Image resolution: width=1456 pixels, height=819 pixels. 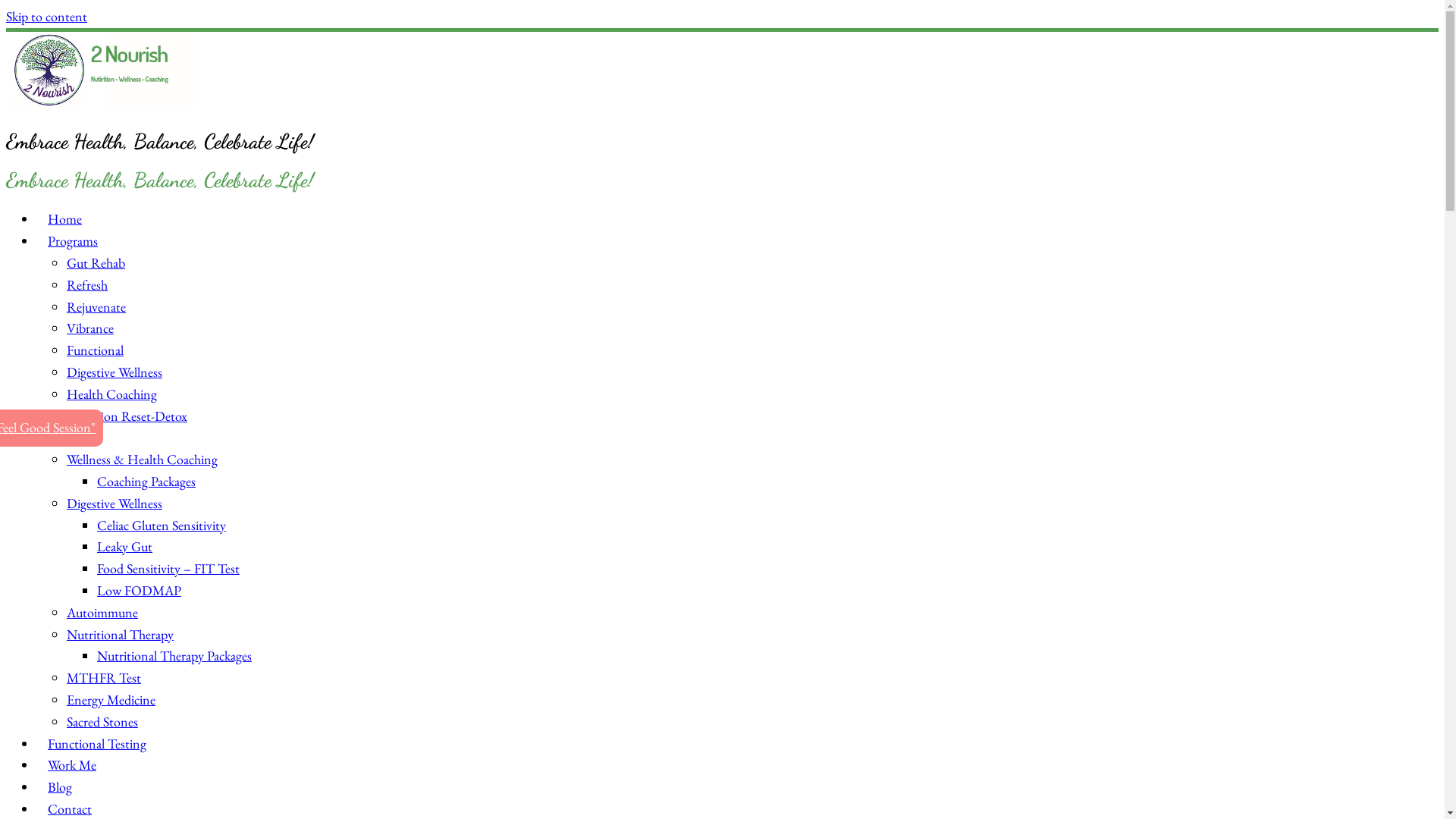 What do you see at coordinates (95, 306) in the screenshot?
I see `'Rejuvenate'` at bounding box center [95, 306].